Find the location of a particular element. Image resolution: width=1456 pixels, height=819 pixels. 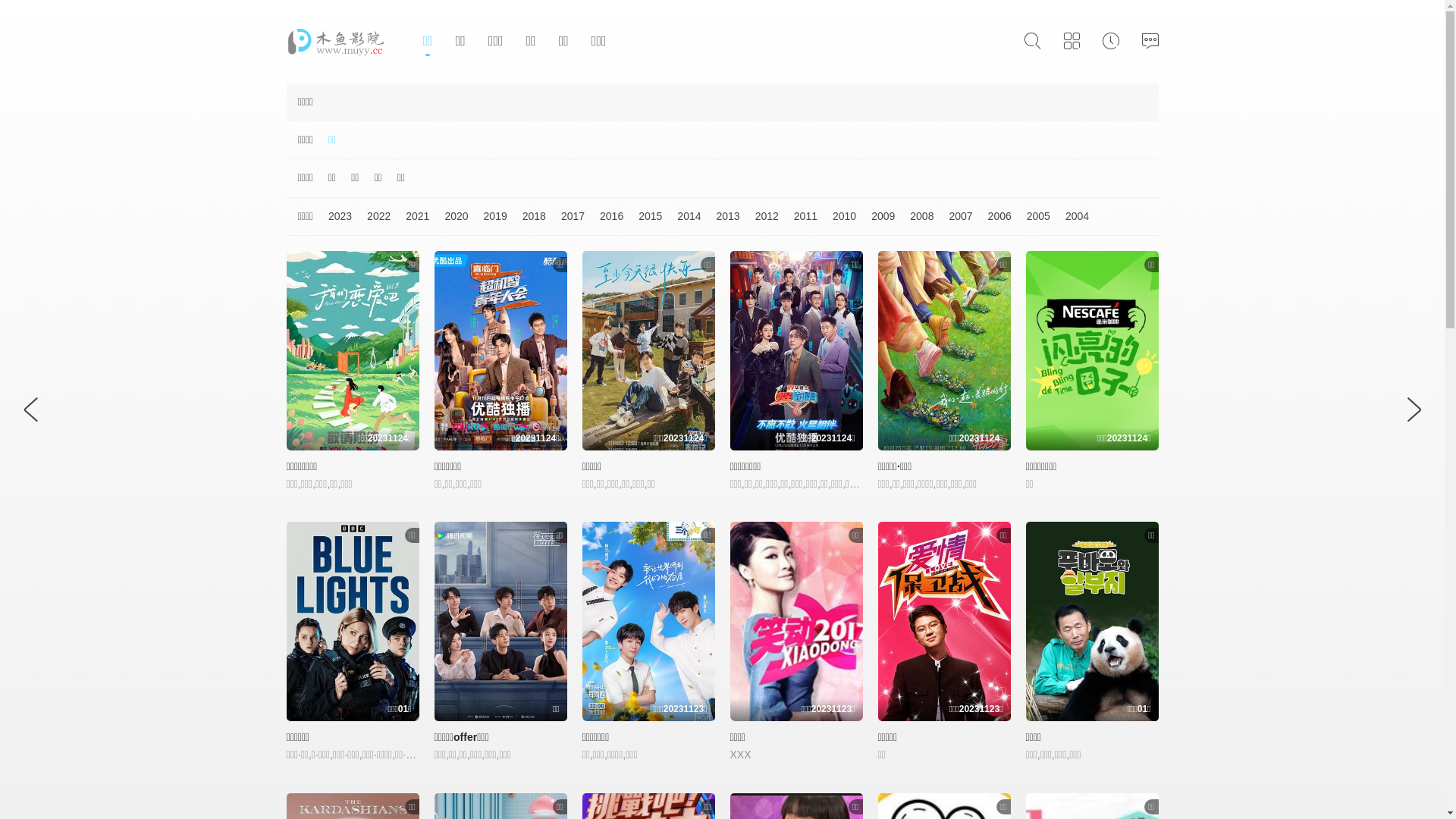

'2014' is located at coordinates (680, 216).